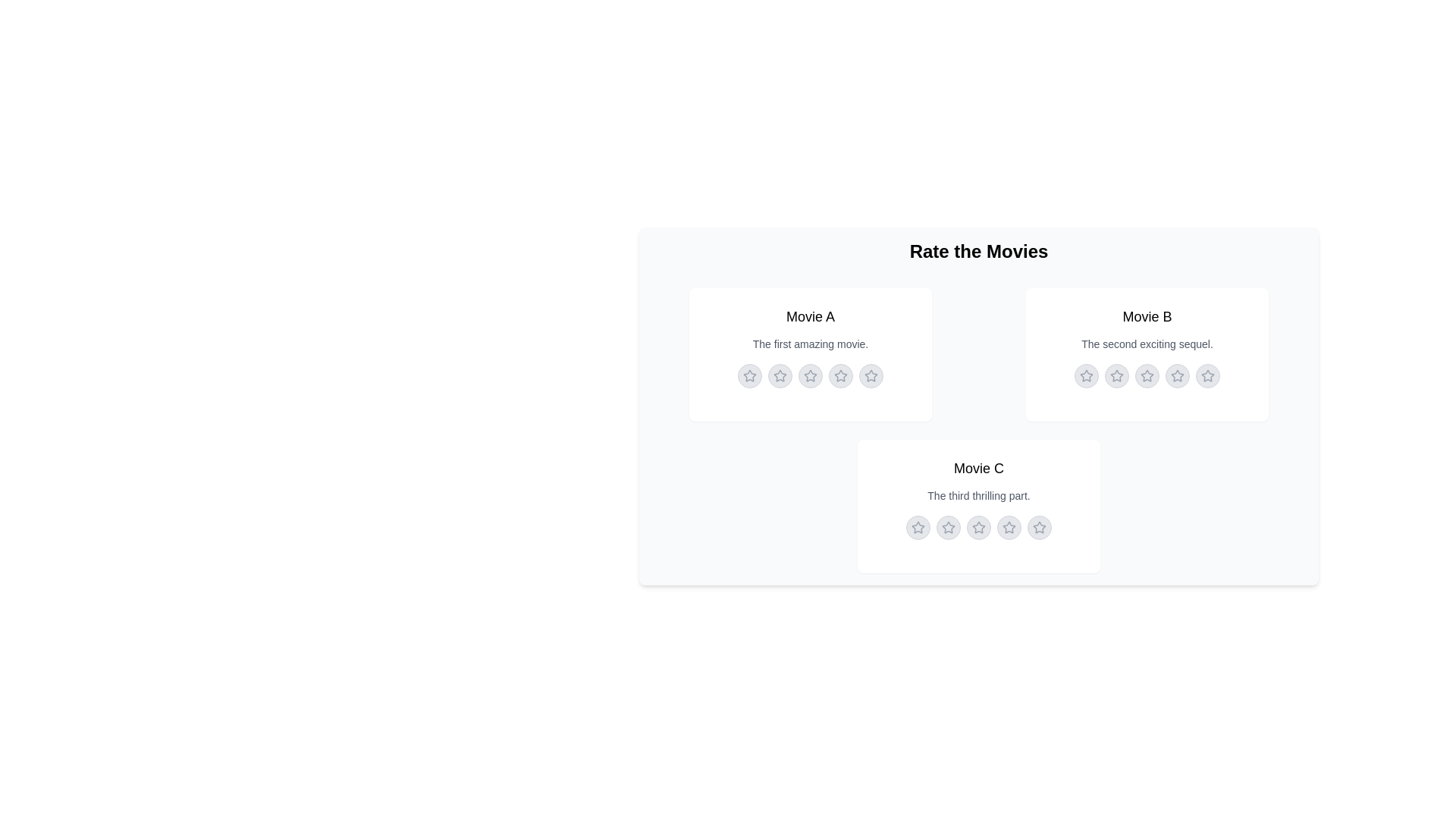  Describe the element at coordinates (1039, 526) in the screenshot. I see `the fifth circular button with a star icon, which is part of the rating elements below the 'Movie C' section in the 'Rate the Movies' interface` at that location.